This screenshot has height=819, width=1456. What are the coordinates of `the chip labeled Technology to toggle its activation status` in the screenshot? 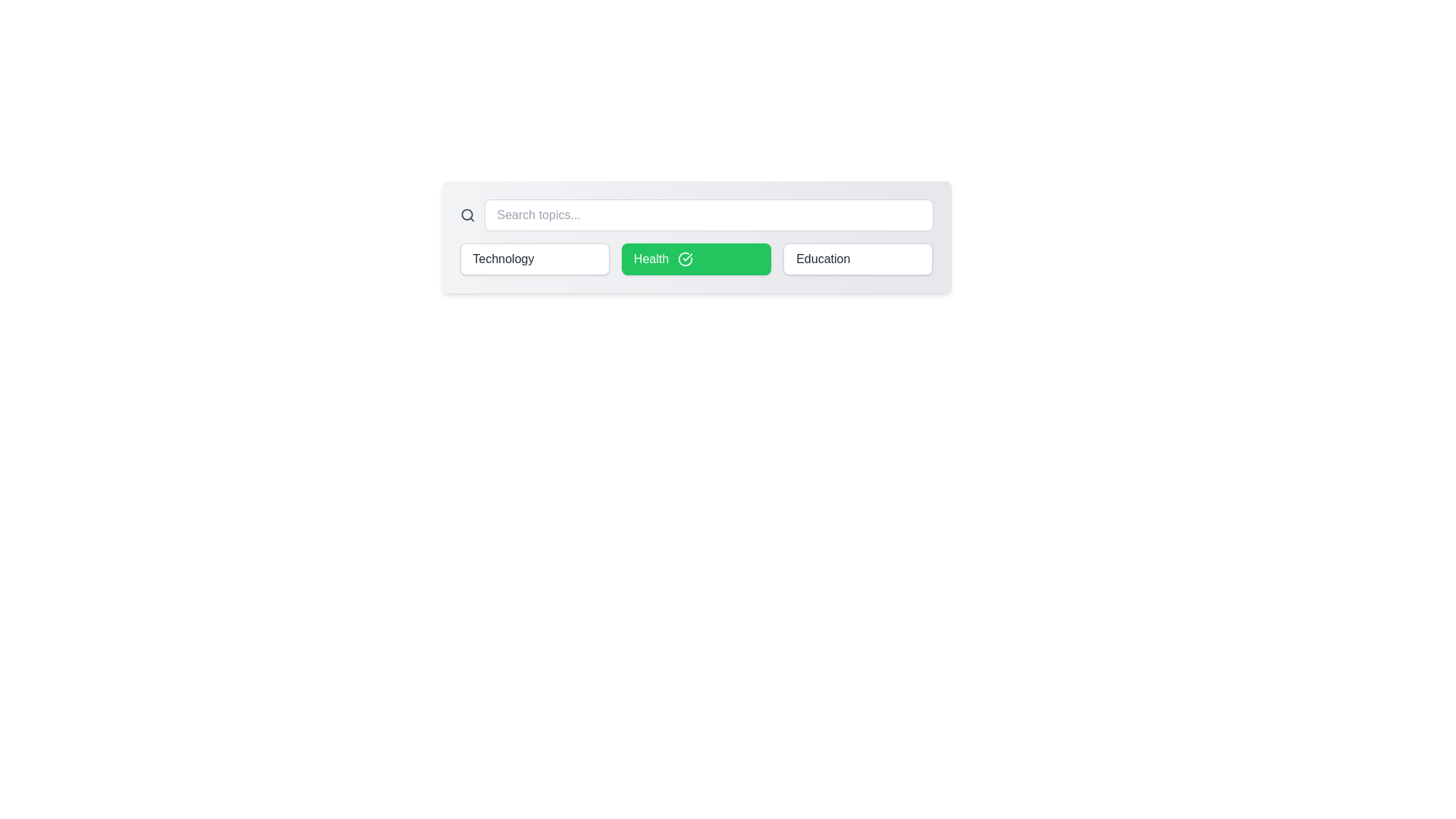 It's located at (535, 259).